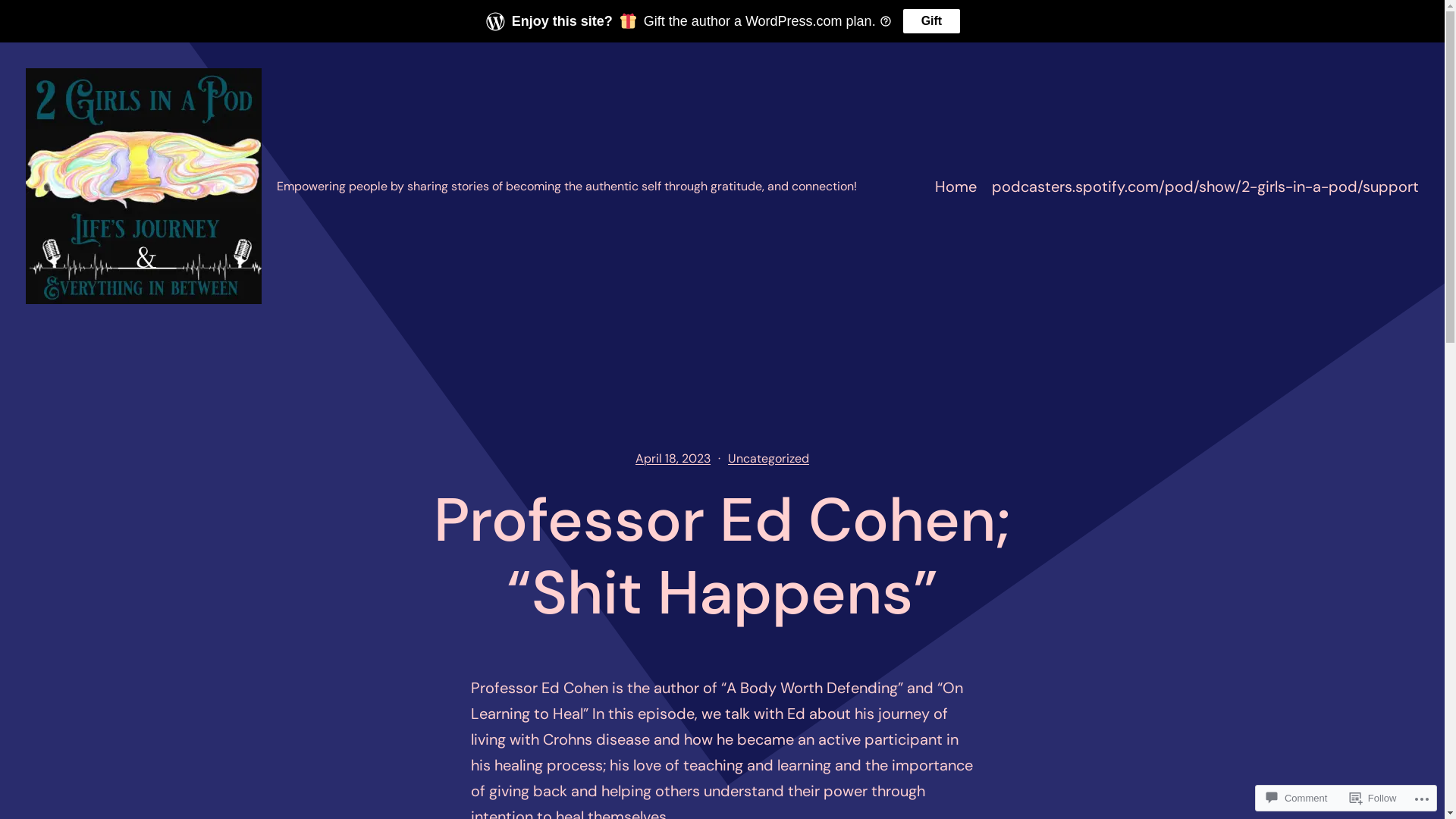 The width and height of the screenshot is (1456, 819). Describe the element at coordinates (1373, 797) in the screenshot. I see `'Follow'` at that location.